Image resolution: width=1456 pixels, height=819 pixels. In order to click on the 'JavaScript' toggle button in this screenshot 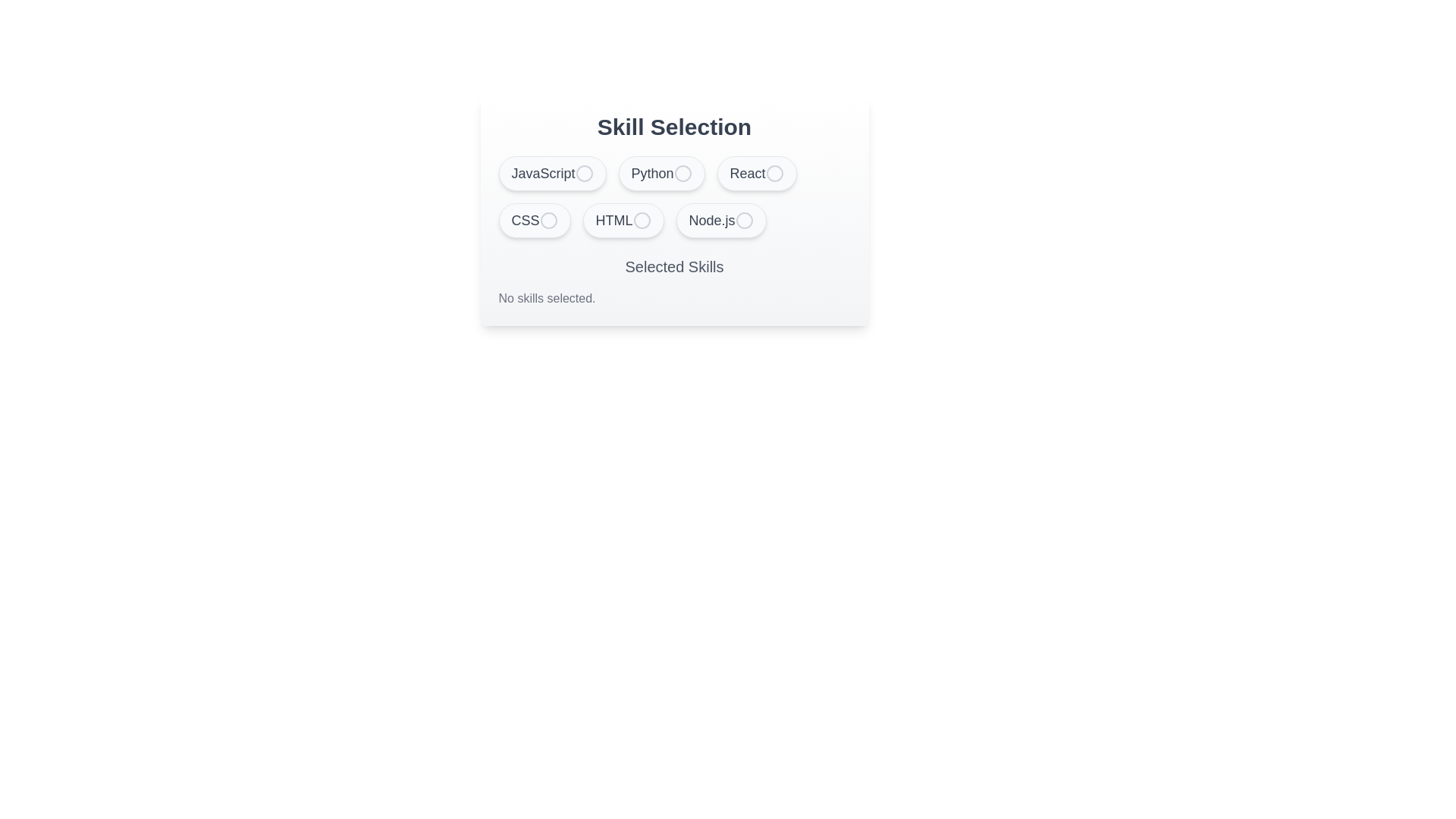, I will do `click(551, 172)`.